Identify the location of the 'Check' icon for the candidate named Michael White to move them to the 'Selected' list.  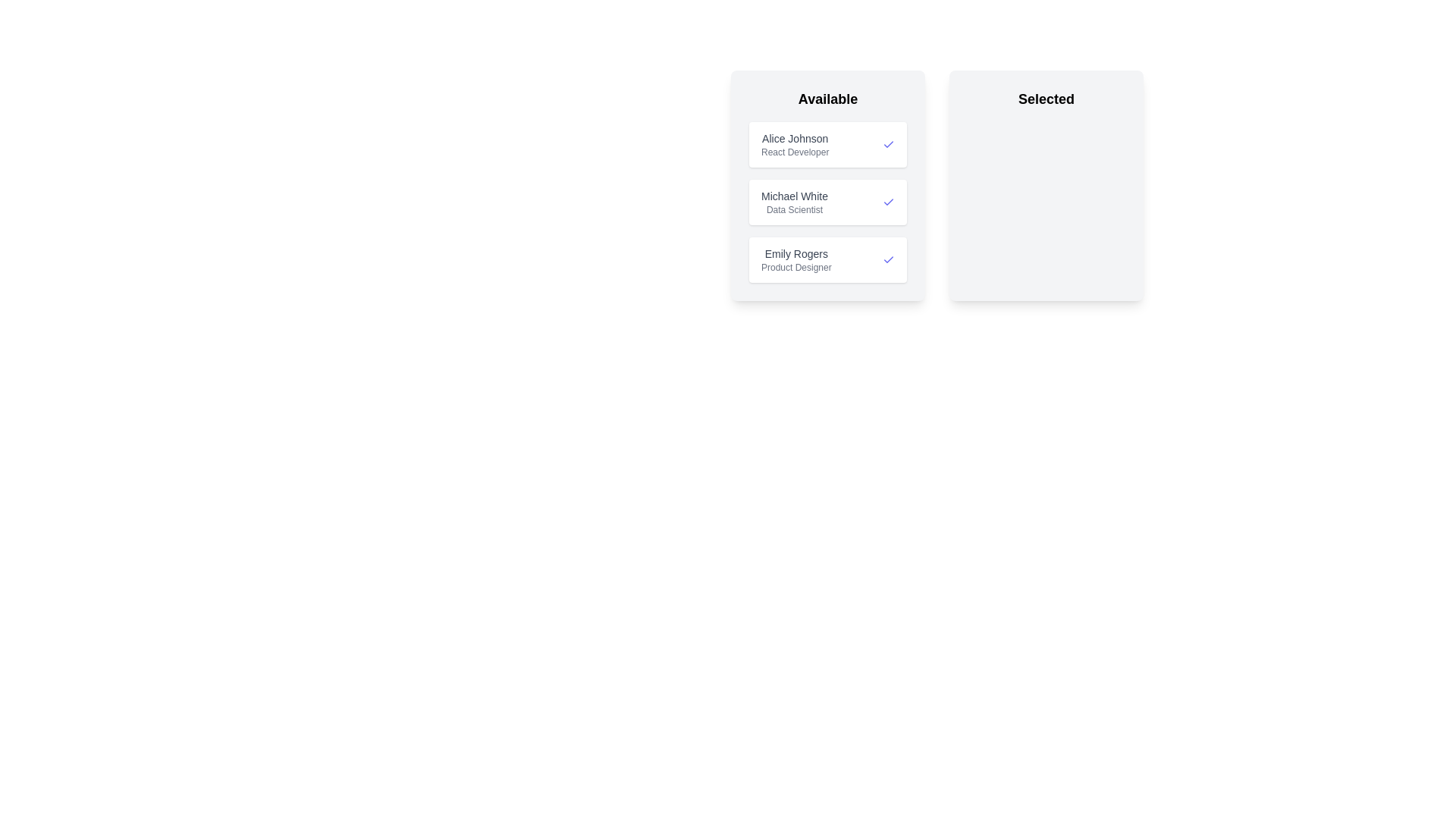
(888, 201).